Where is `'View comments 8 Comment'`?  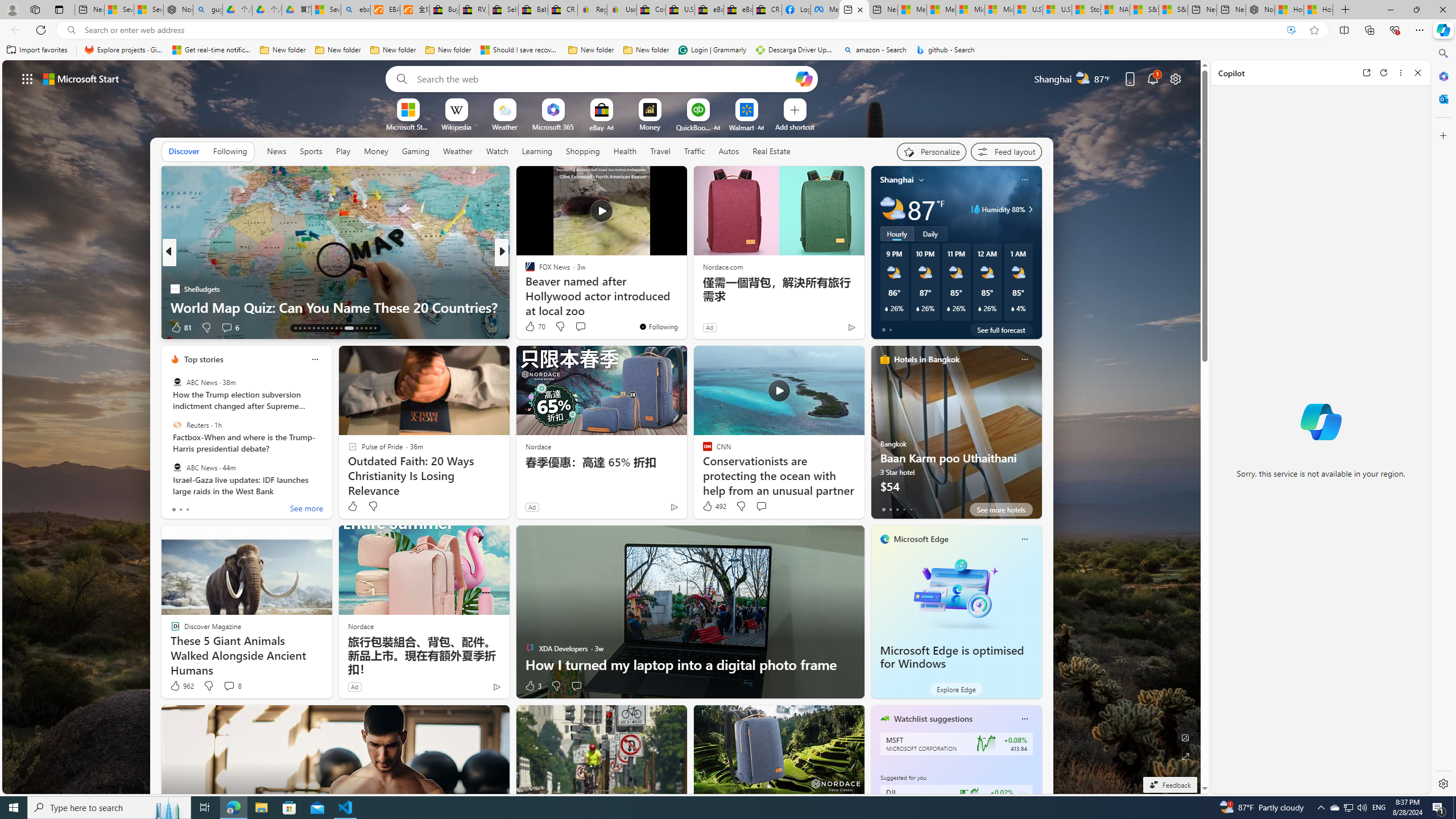
'View comments 8 Comment' is located at coordinates (227, 686).